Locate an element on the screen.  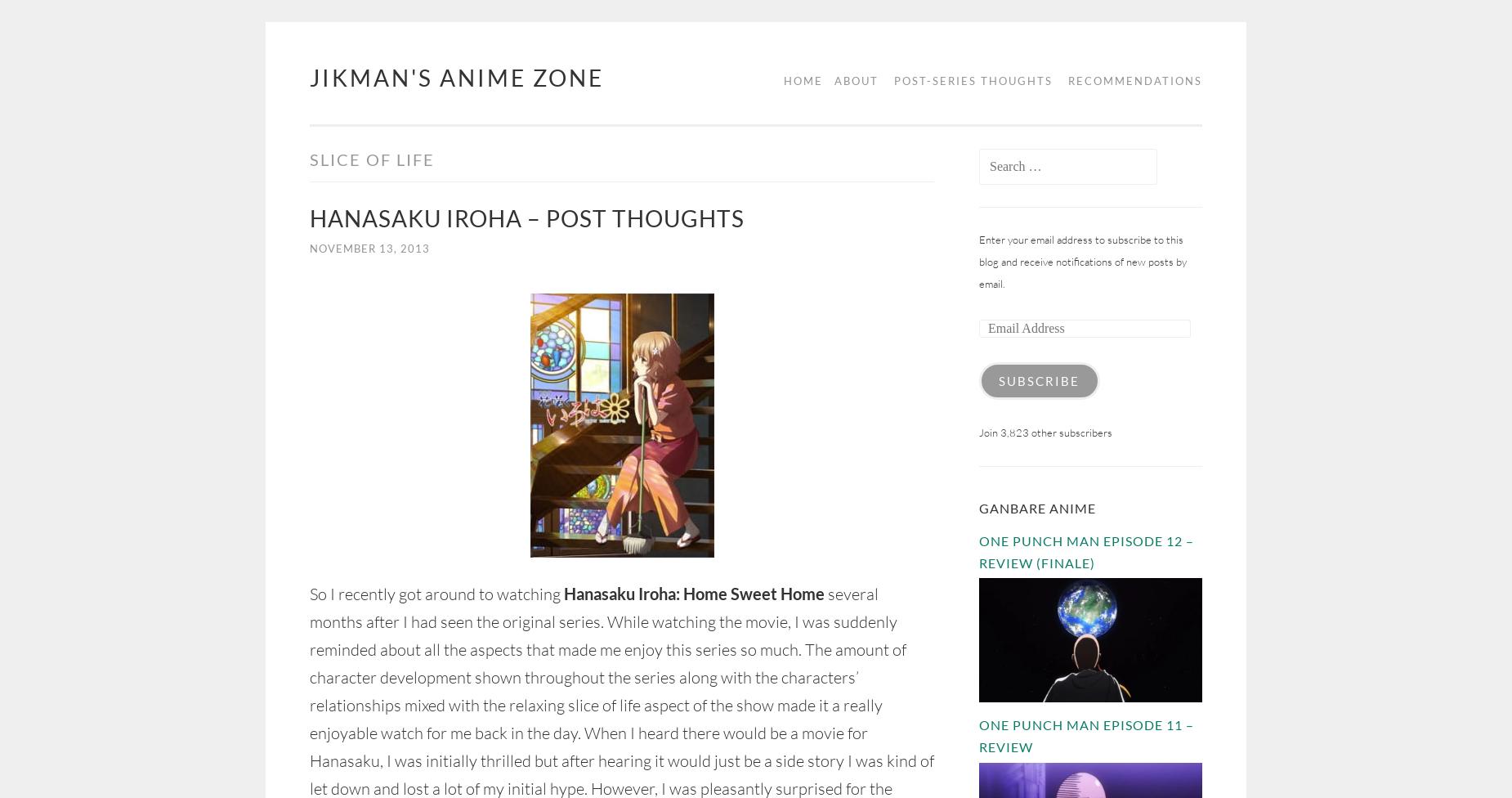
'Hanasaku Iroha: Home Sweet Home' is located at coordinates (694, 593).